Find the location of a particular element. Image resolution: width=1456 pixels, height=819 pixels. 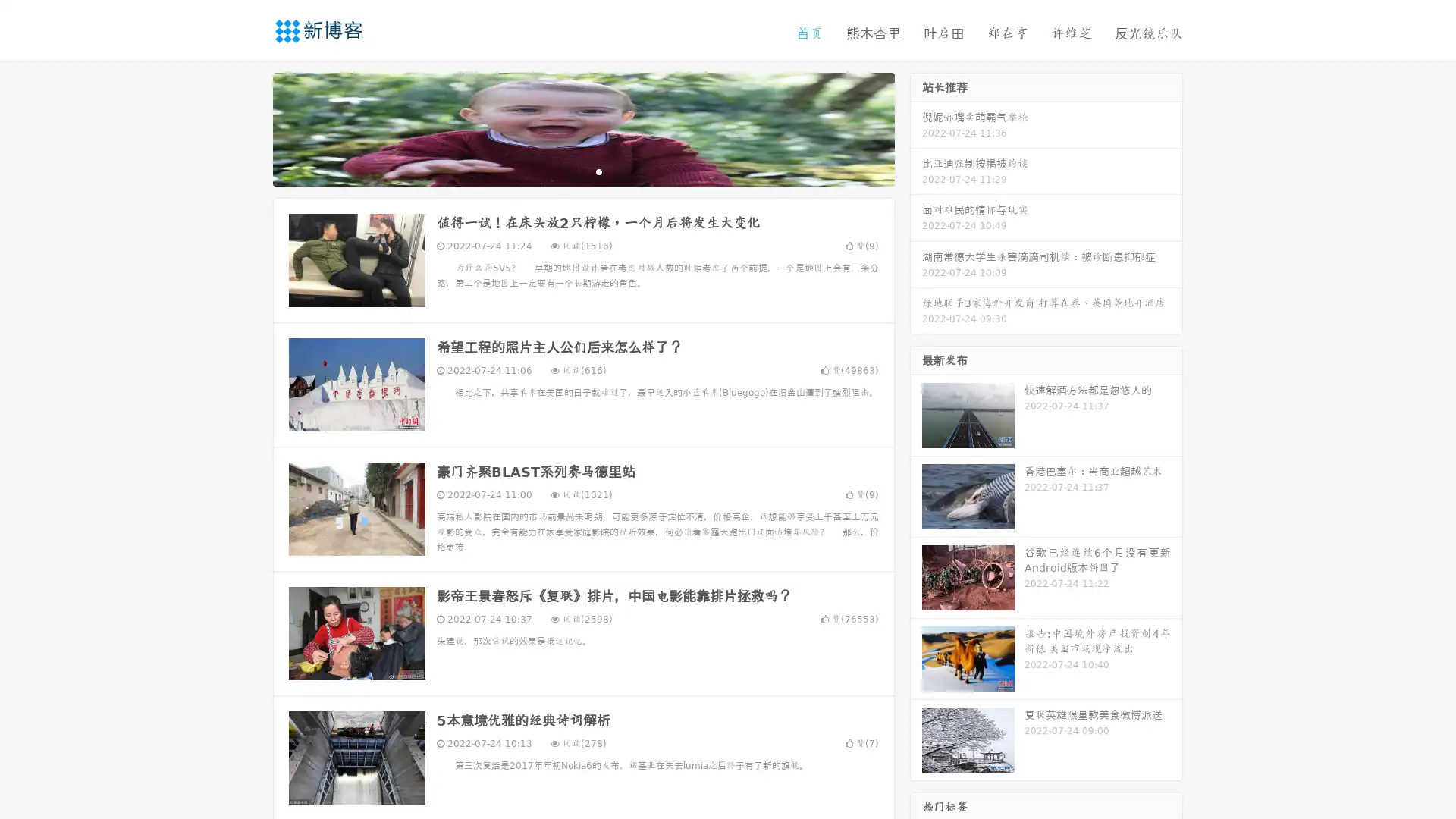

Go to slide 1 is located at coordinates (567, 171).